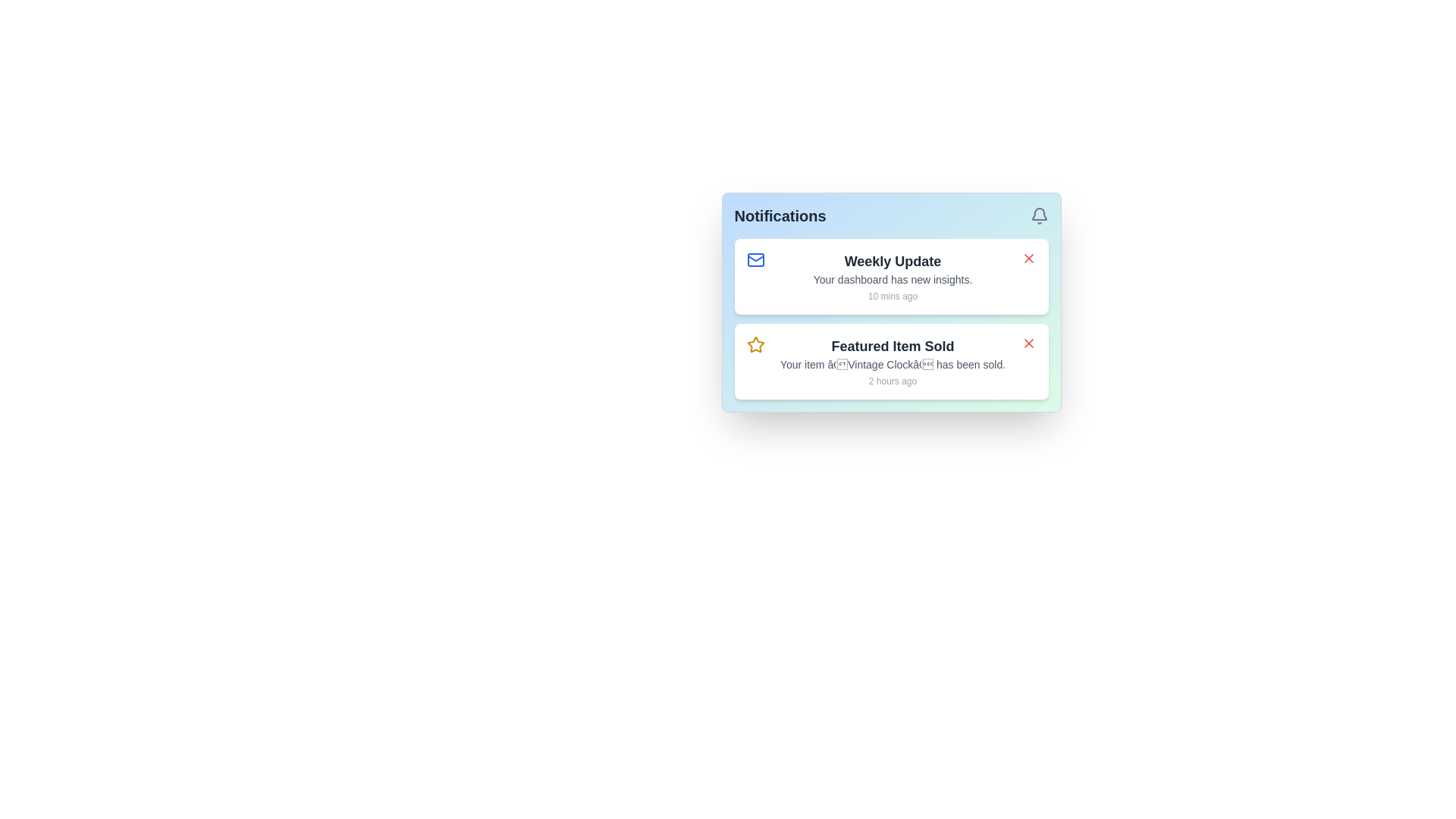  Describe the element at coordinates (755, 344) in the screenshot. I see `the yellowish star-shaped vector icon located to the left of the 'Featured Item Sold' notification message to interact with it` at that location.